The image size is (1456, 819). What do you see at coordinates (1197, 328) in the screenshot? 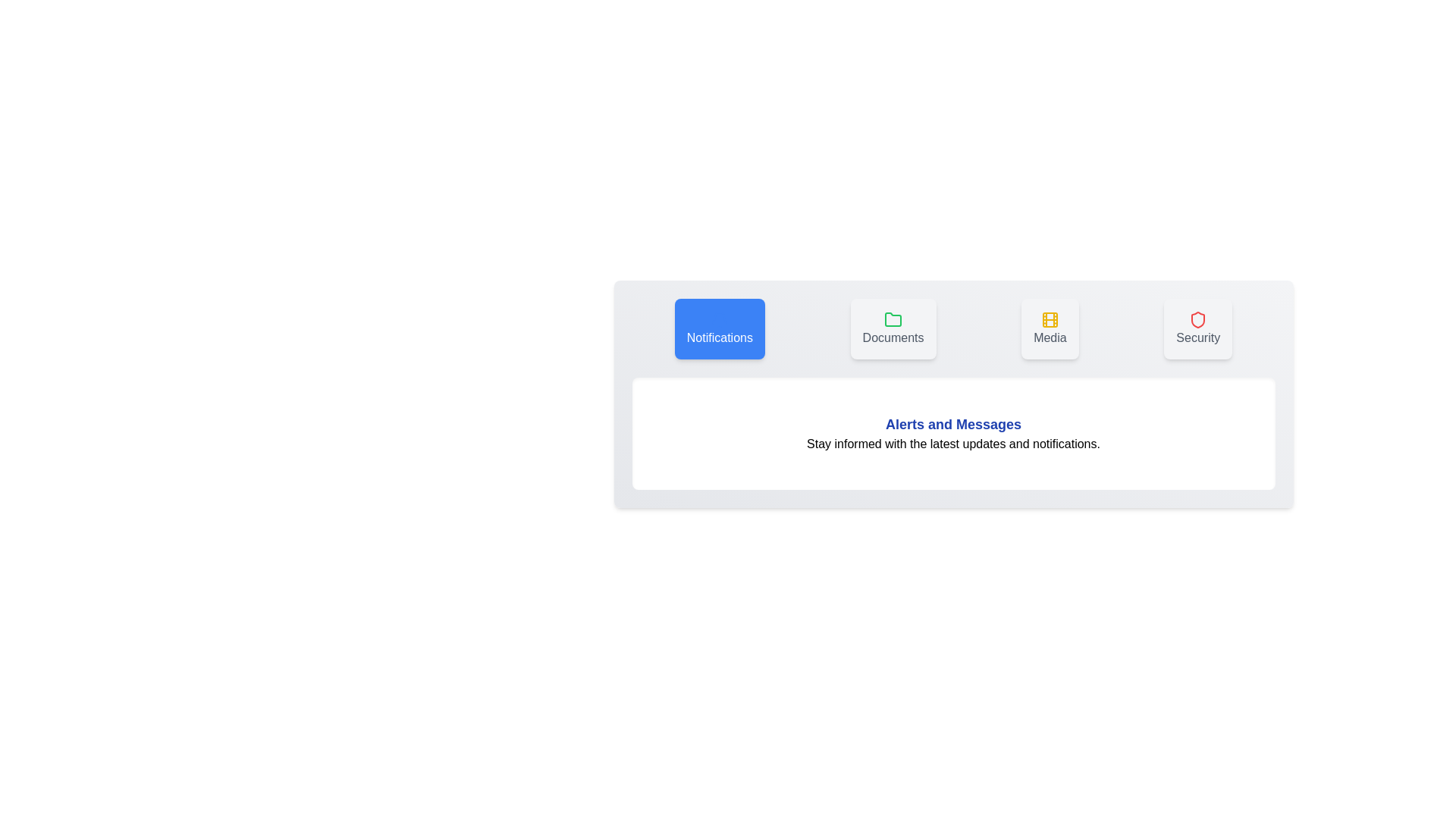
I see `the tab corresponding to Security to inspect its icon` at bounding box center [1197, 328].